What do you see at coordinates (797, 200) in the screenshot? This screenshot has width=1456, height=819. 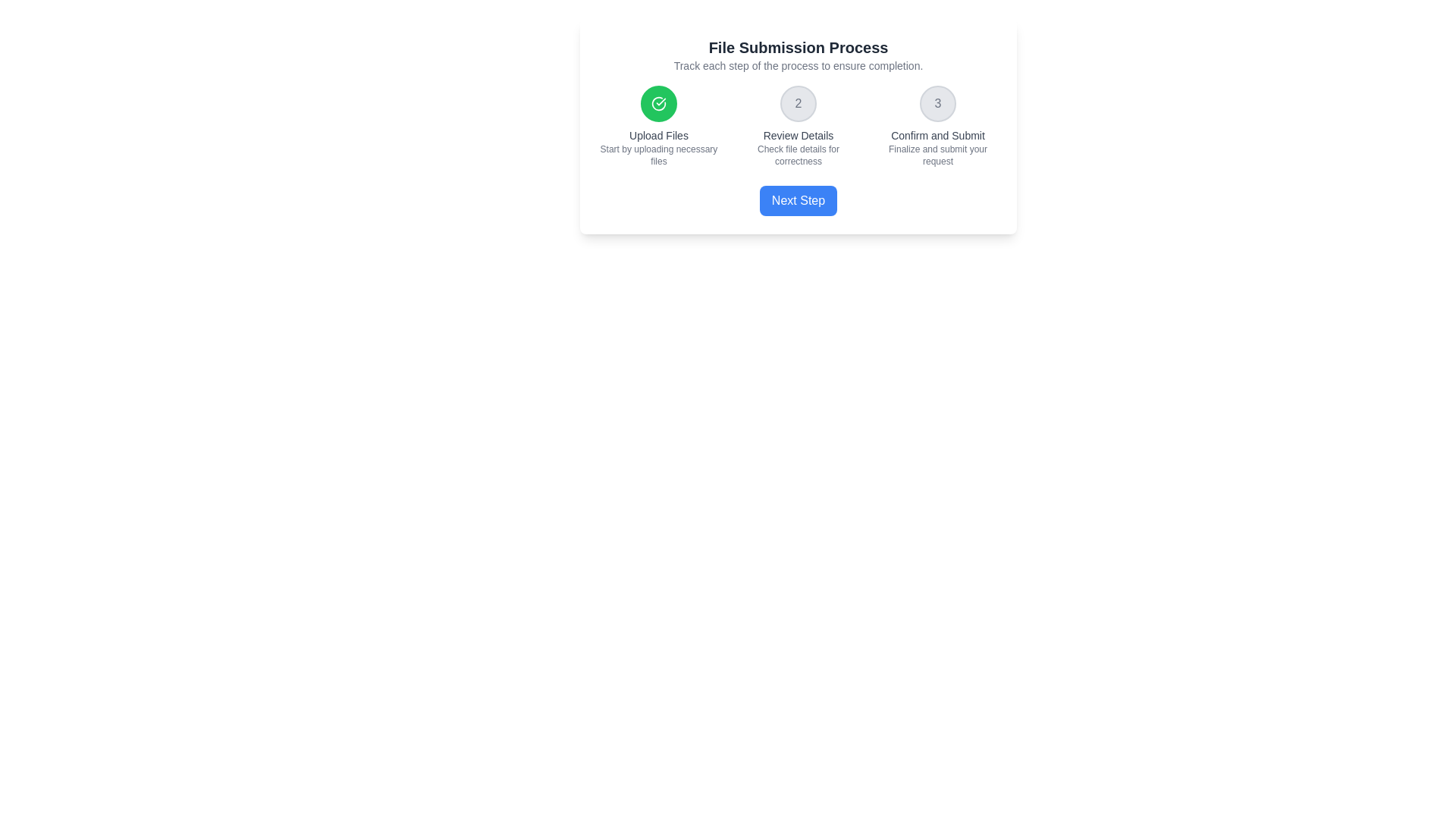 I see `the blue button with rounded corners labeled 'Next Step' located at the bottom of the 'File Submission Process' card` at bounding box center [797, 200].